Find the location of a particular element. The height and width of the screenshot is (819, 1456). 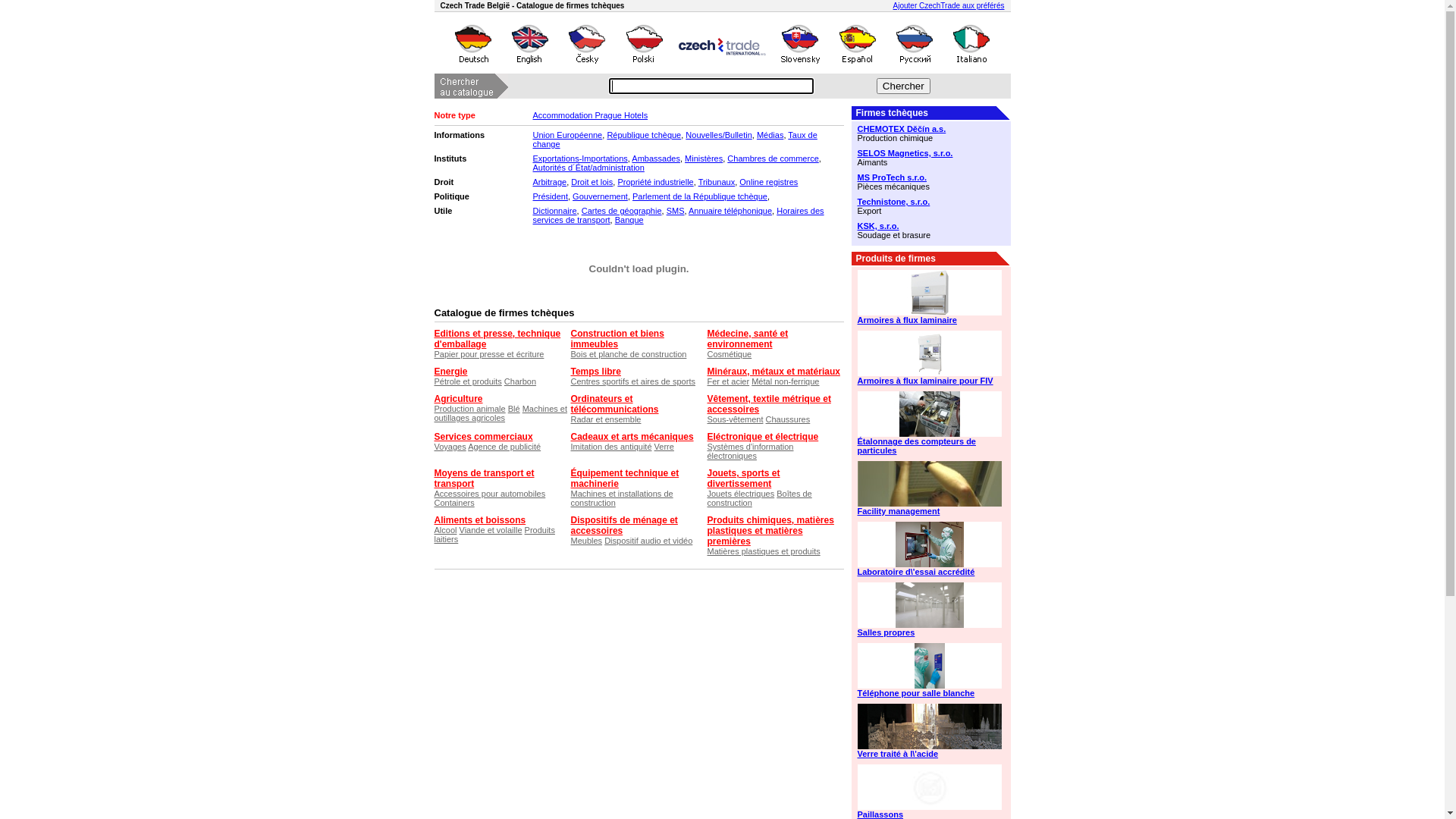

'Machines et installations de construction' is located at coordinates (621, 497).